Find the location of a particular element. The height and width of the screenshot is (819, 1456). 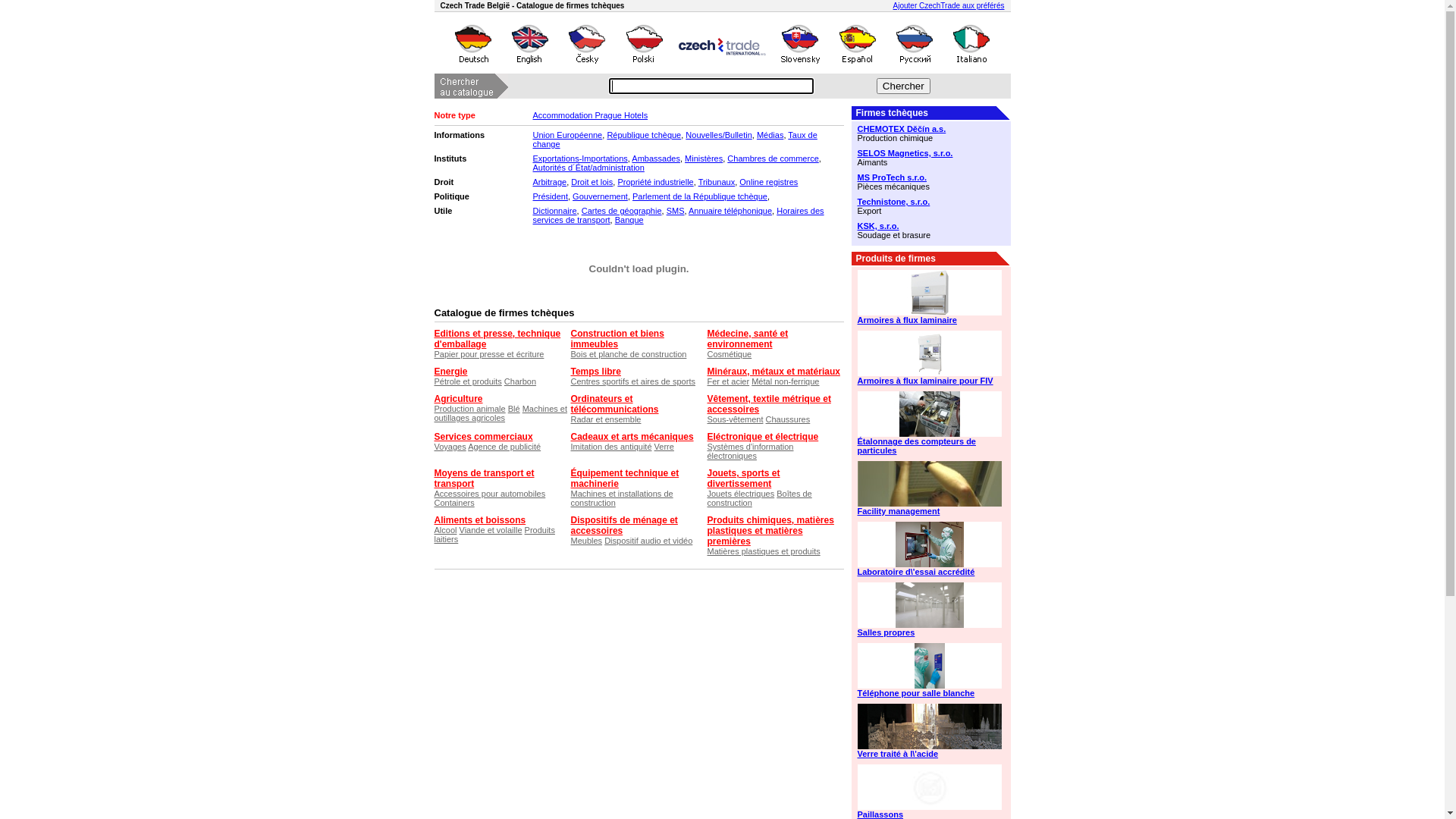

'Machines et installations de construction' is located at coordinates (621, 497).